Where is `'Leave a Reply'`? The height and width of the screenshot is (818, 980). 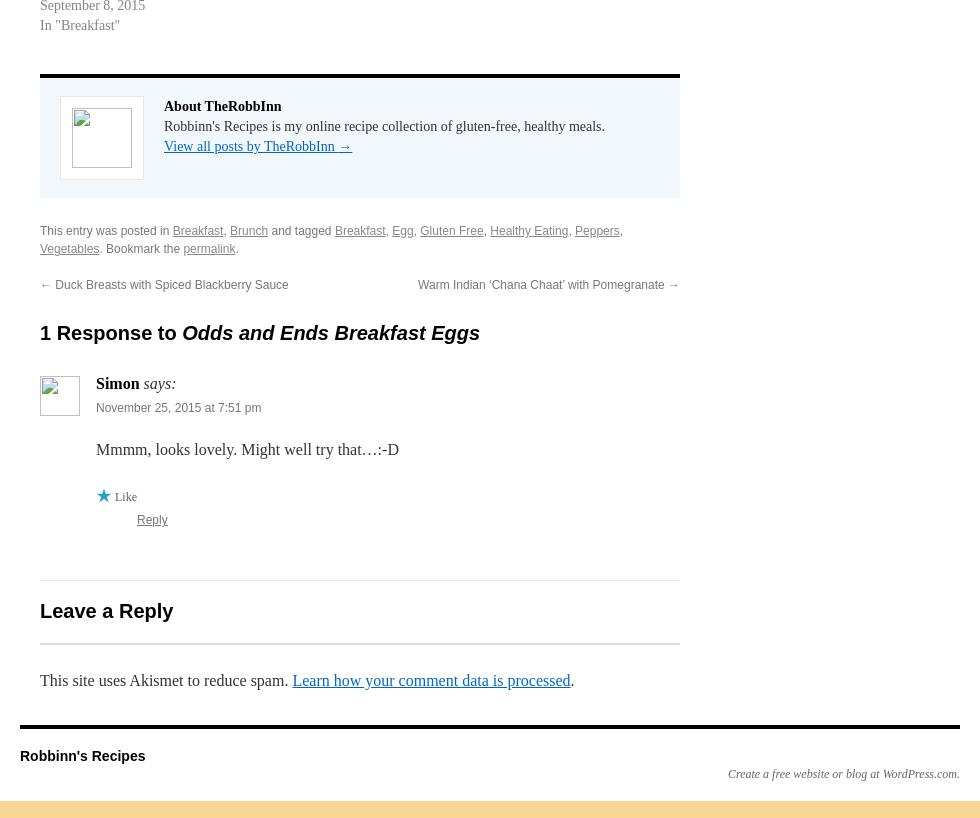
'Leave a Reply' is located at coordinates (106, 609).